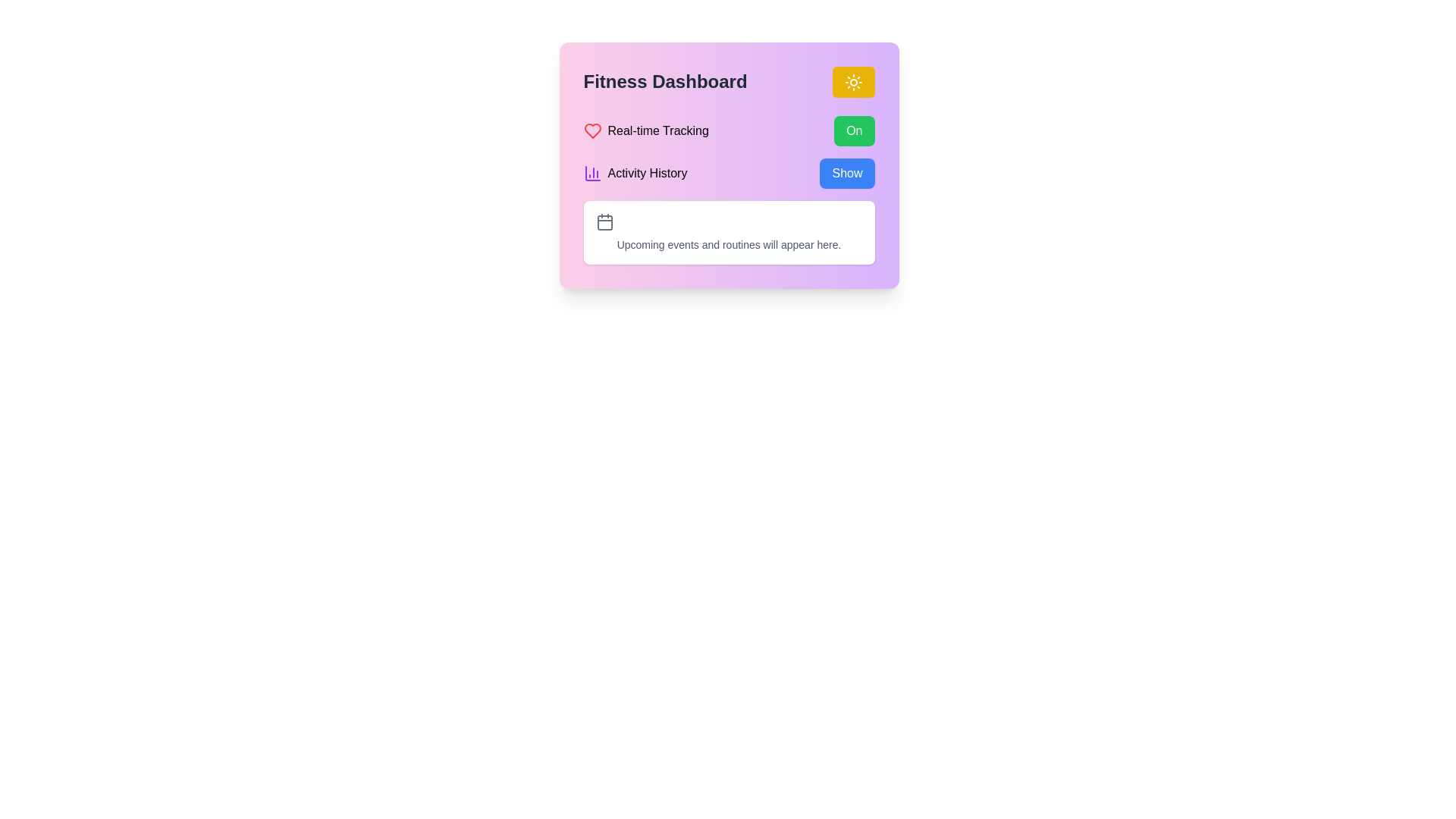 Image resolution: width=1456 pixels, height=819 pixels. What do you see at coordinates (646, 130) in the screenshot?
I see `the 'Real-time Tracking' text label with a red heart icon, positioned in the upper left segment of the dashboard card, adjacent to the green 'On' button` at bounding box center [646, 130].